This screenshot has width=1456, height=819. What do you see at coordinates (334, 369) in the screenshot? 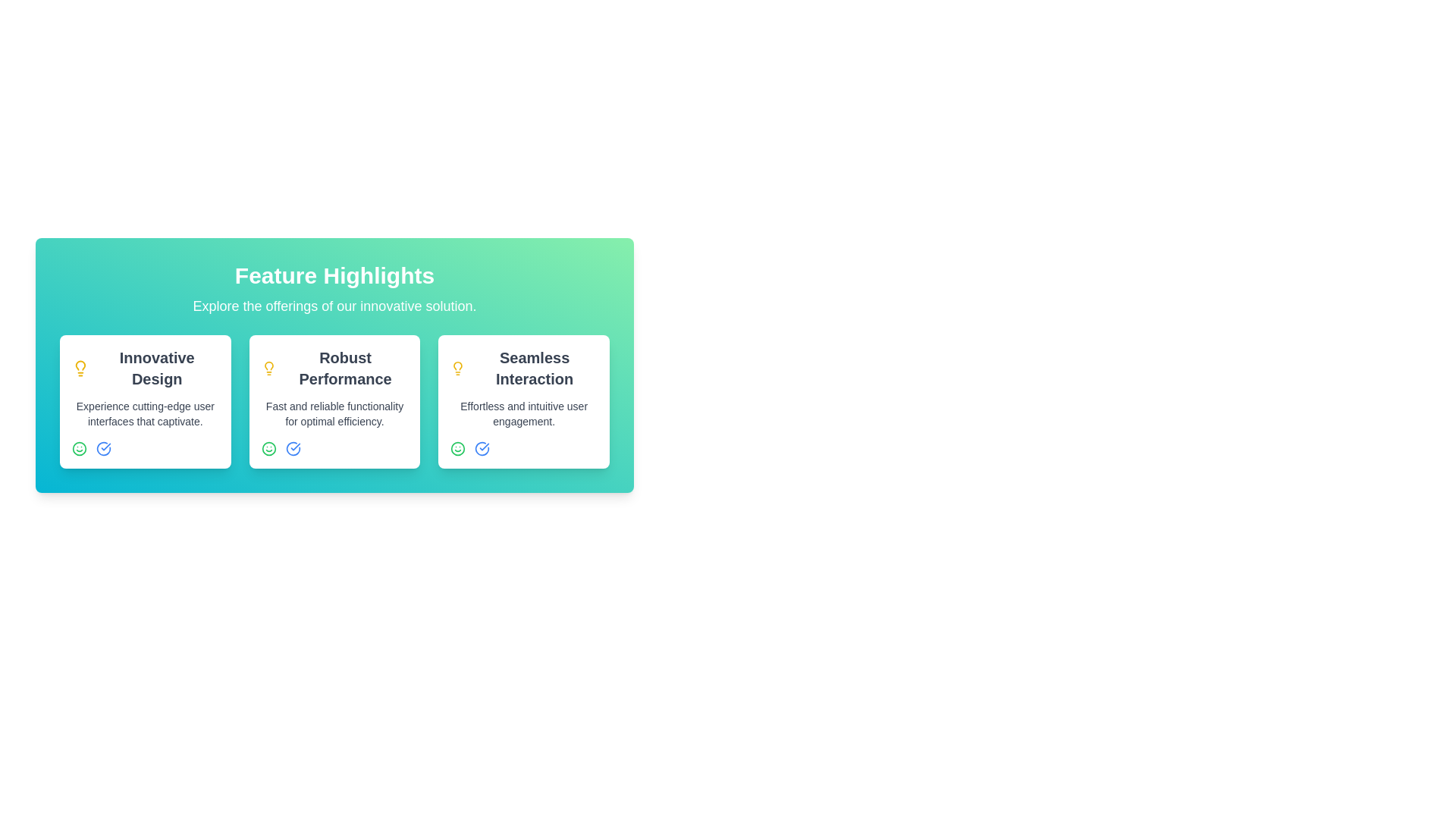
I see `text element titled 'Robust Performance' located in the central card of a horizontally arranged trio within a grid, positioned below the webpage heading` at bounding box center [334, 369].